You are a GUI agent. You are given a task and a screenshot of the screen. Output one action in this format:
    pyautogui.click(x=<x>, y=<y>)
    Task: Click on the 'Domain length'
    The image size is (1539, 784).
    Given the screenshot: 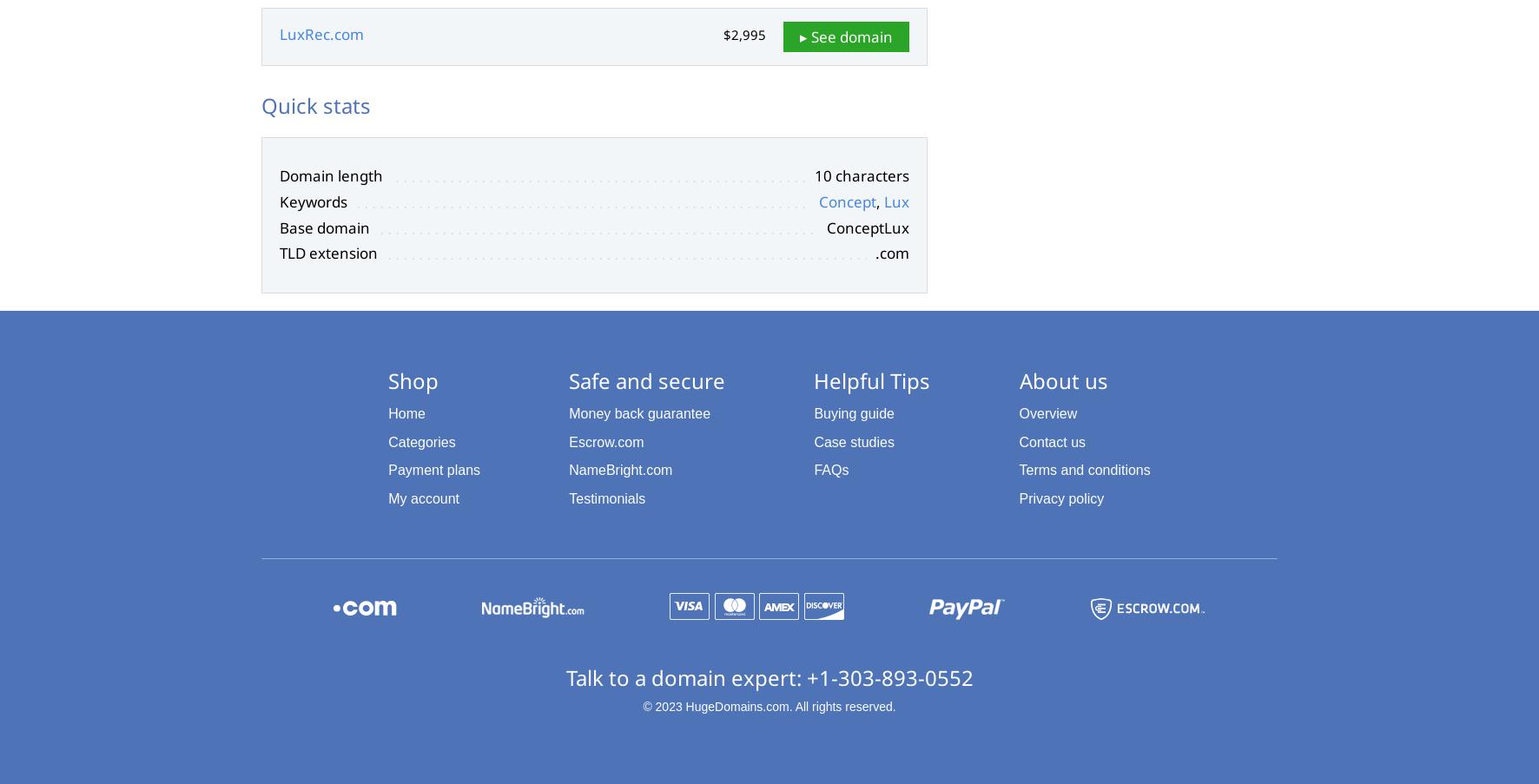 What is the action you would take?
    pyautogui.click(x=278, y=175)
    